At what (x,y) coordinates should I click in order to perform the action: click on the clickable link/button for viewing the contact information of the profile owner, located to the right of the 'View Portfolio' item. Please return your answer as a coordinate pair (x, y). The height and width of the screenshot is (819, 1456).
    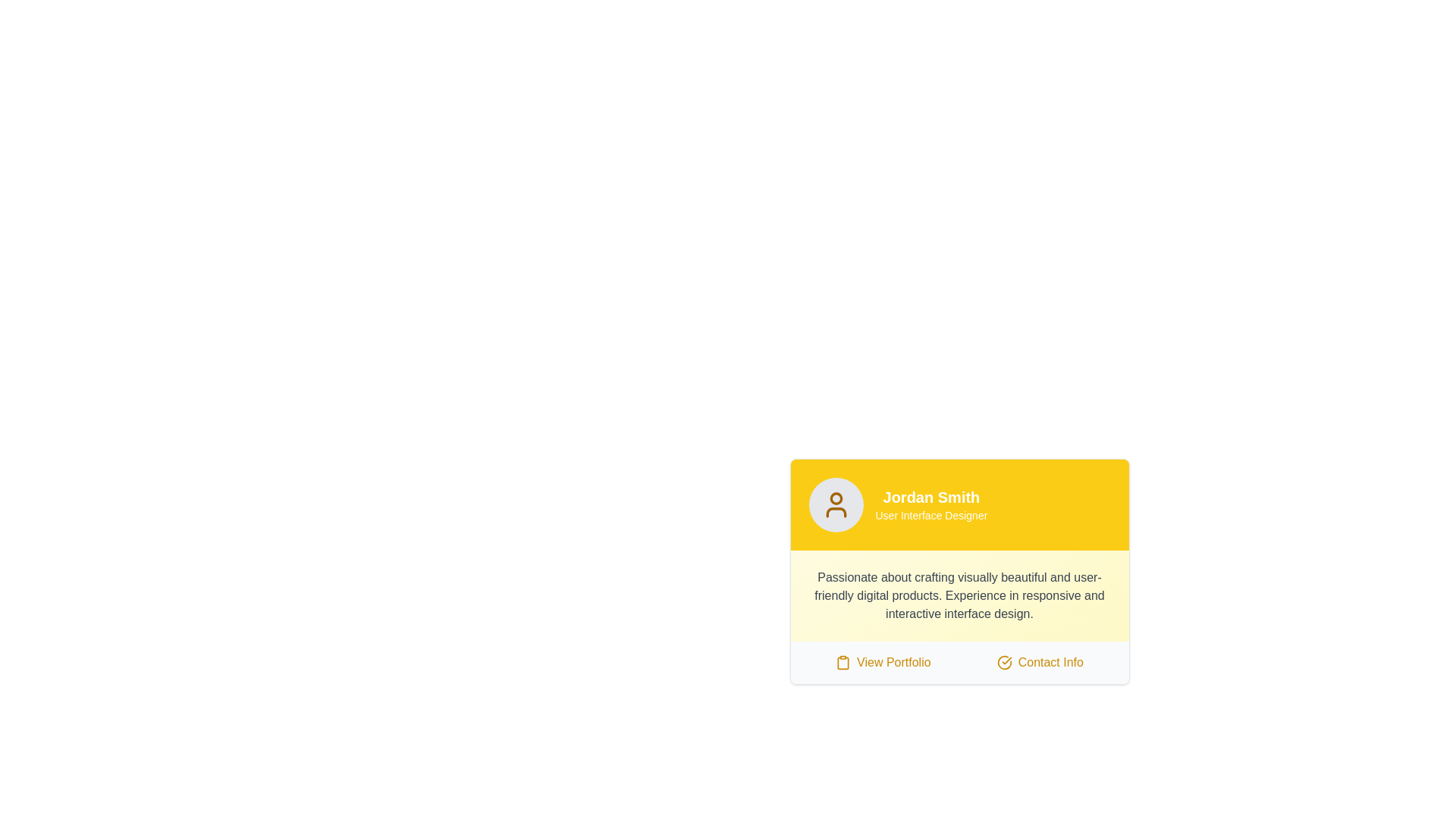
    Looking at the image, I should click on (1039, 662).